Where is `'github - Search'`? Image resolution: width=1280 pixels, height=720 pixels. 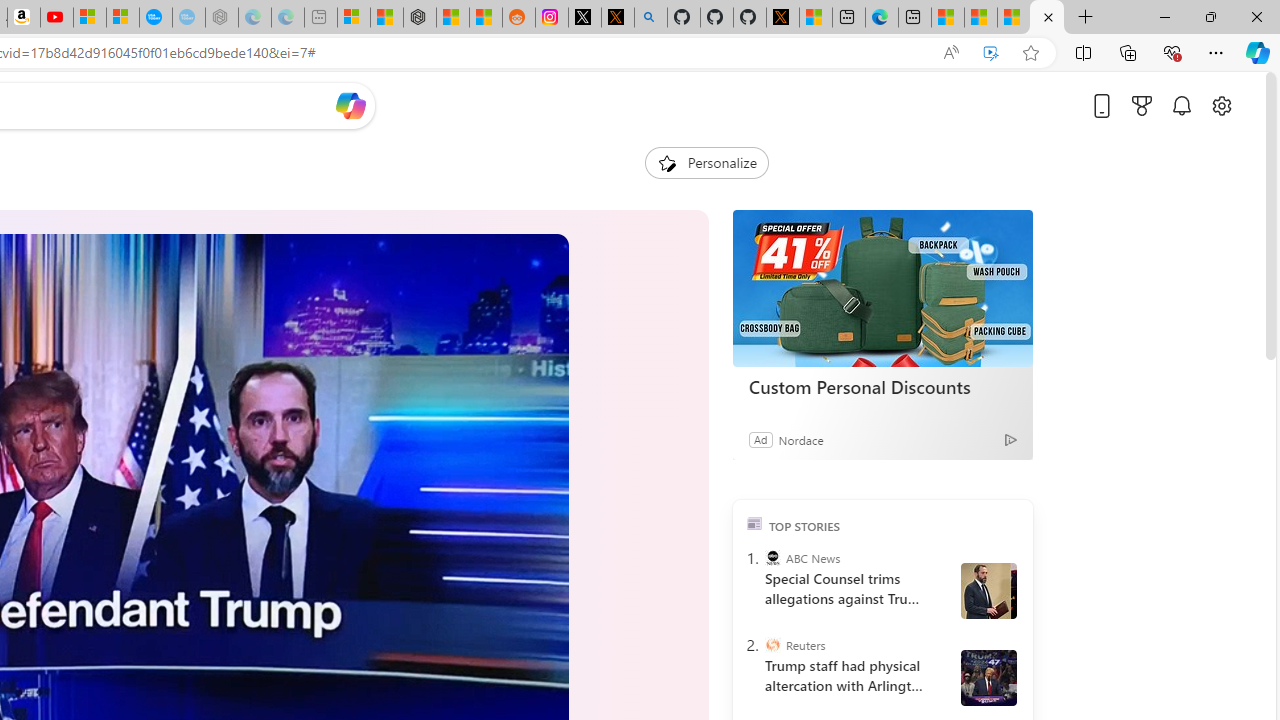
'github - Search' is located at coordinates (650, 17).